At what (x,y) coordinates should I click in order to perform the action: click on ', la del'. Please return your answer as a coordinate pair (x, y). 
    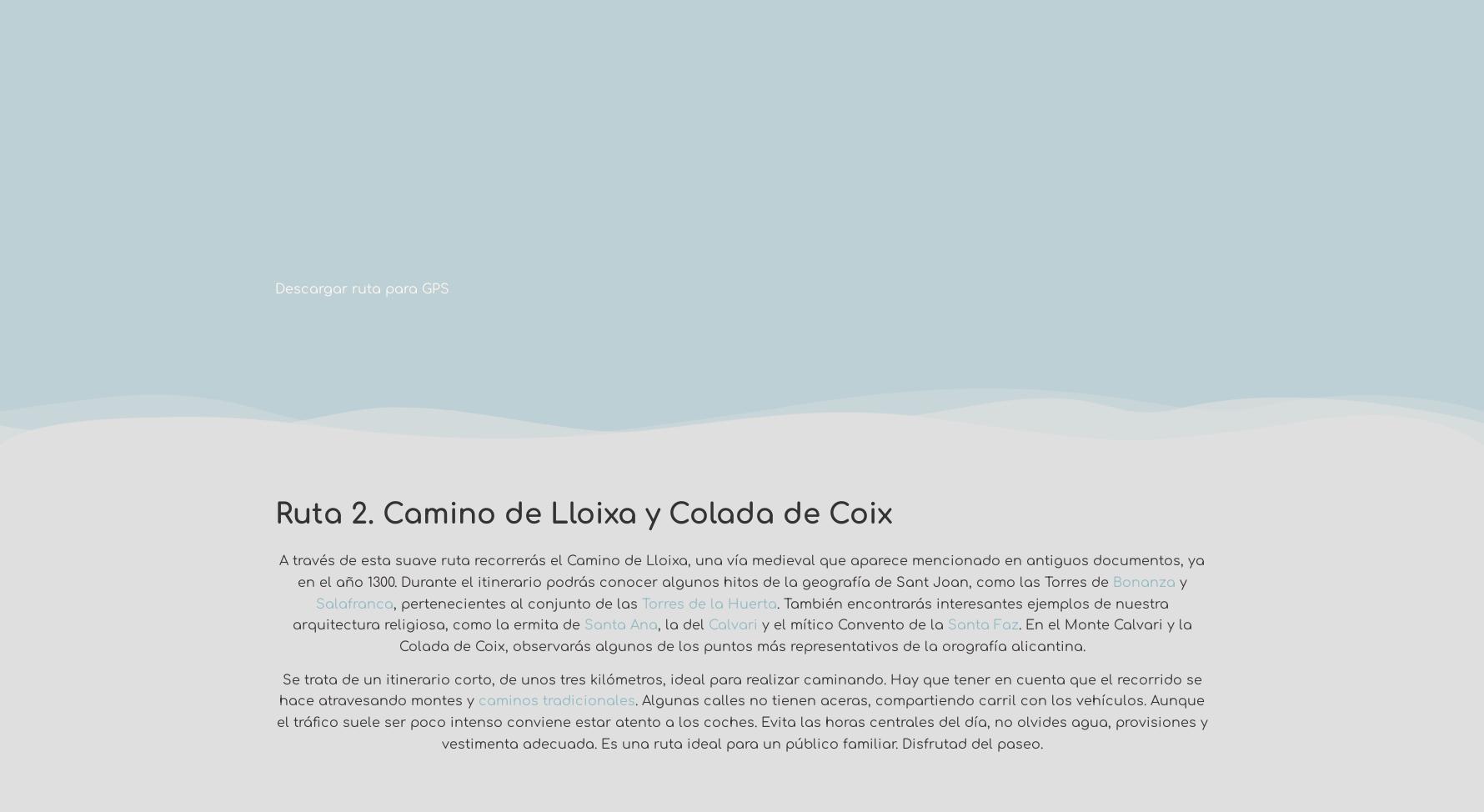
    Looking at the image, I should click on (657, 624).